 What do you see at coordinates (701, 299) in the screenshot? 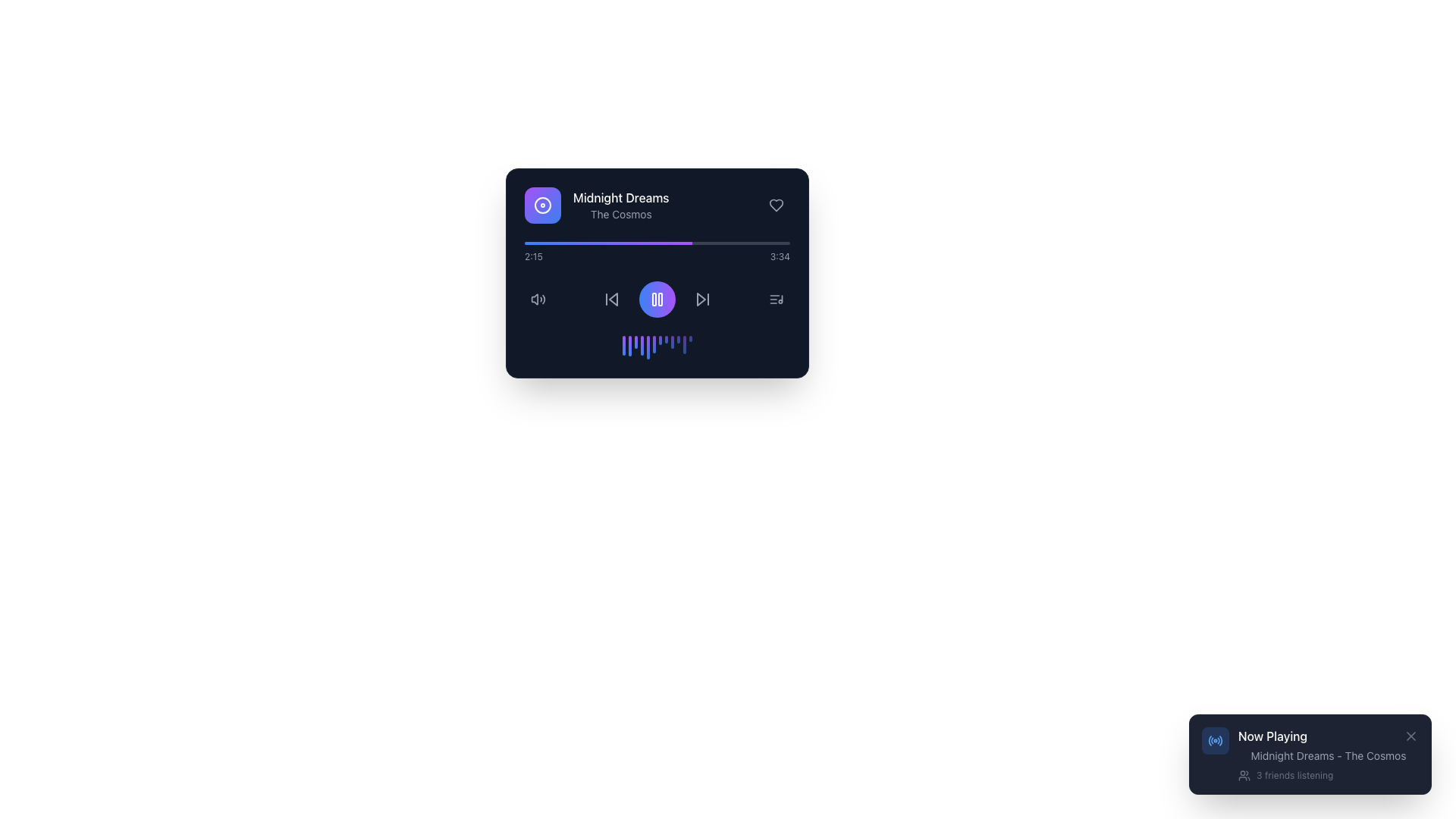
I see `the 'Skip Forward' button, which is the third interactive control from the left in the bottom center control bar of the music player interface, to change its color` at bounding box center [701, 299].